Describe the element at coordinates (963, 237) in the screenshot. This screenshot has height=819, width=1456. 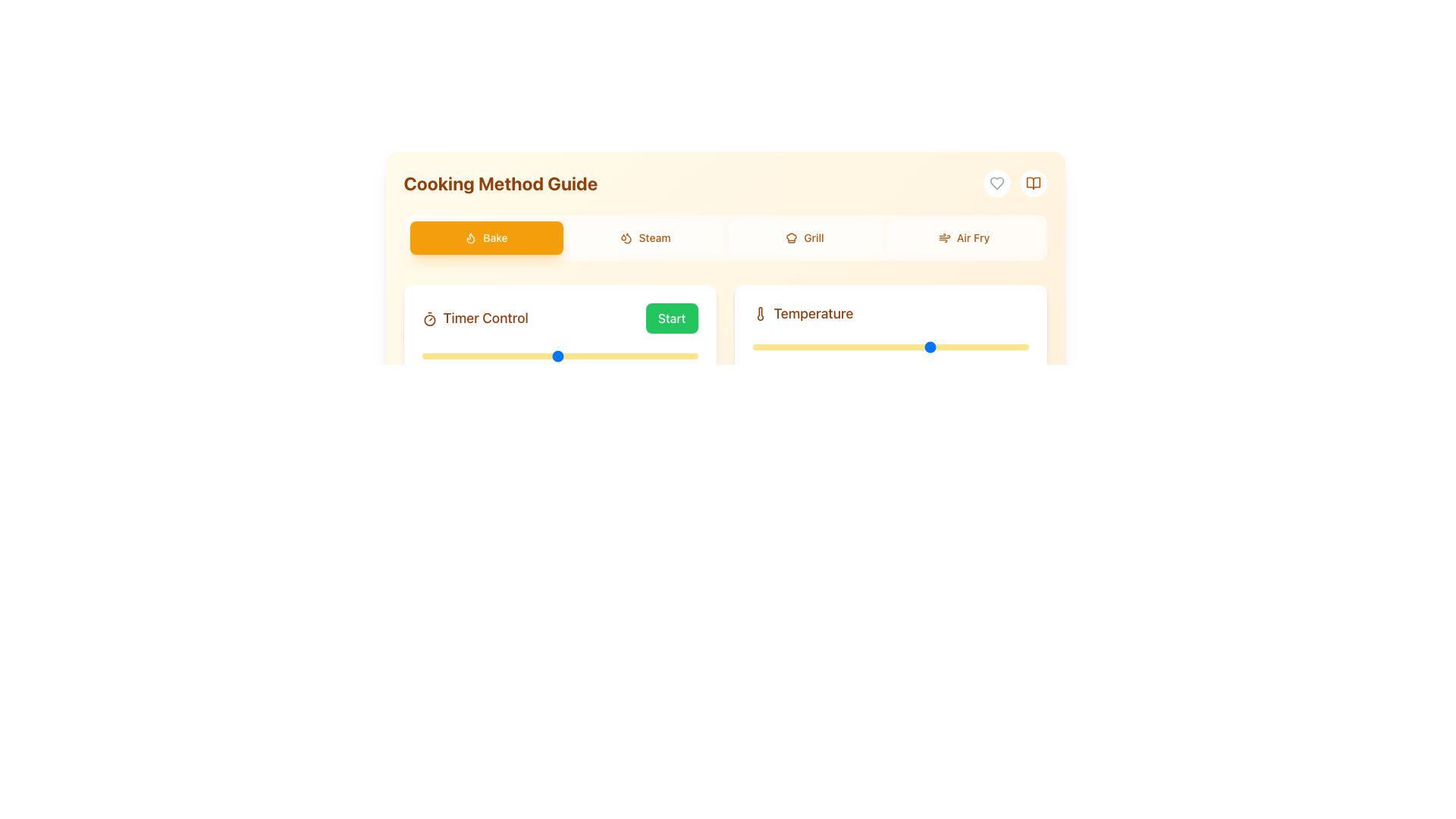
I see `the 'Air Fry' button, which is the fourth button in a row of cooking method buttons labeled 'Bake', 'Steam', 'Grill', and 'Air Fry'` at that location.